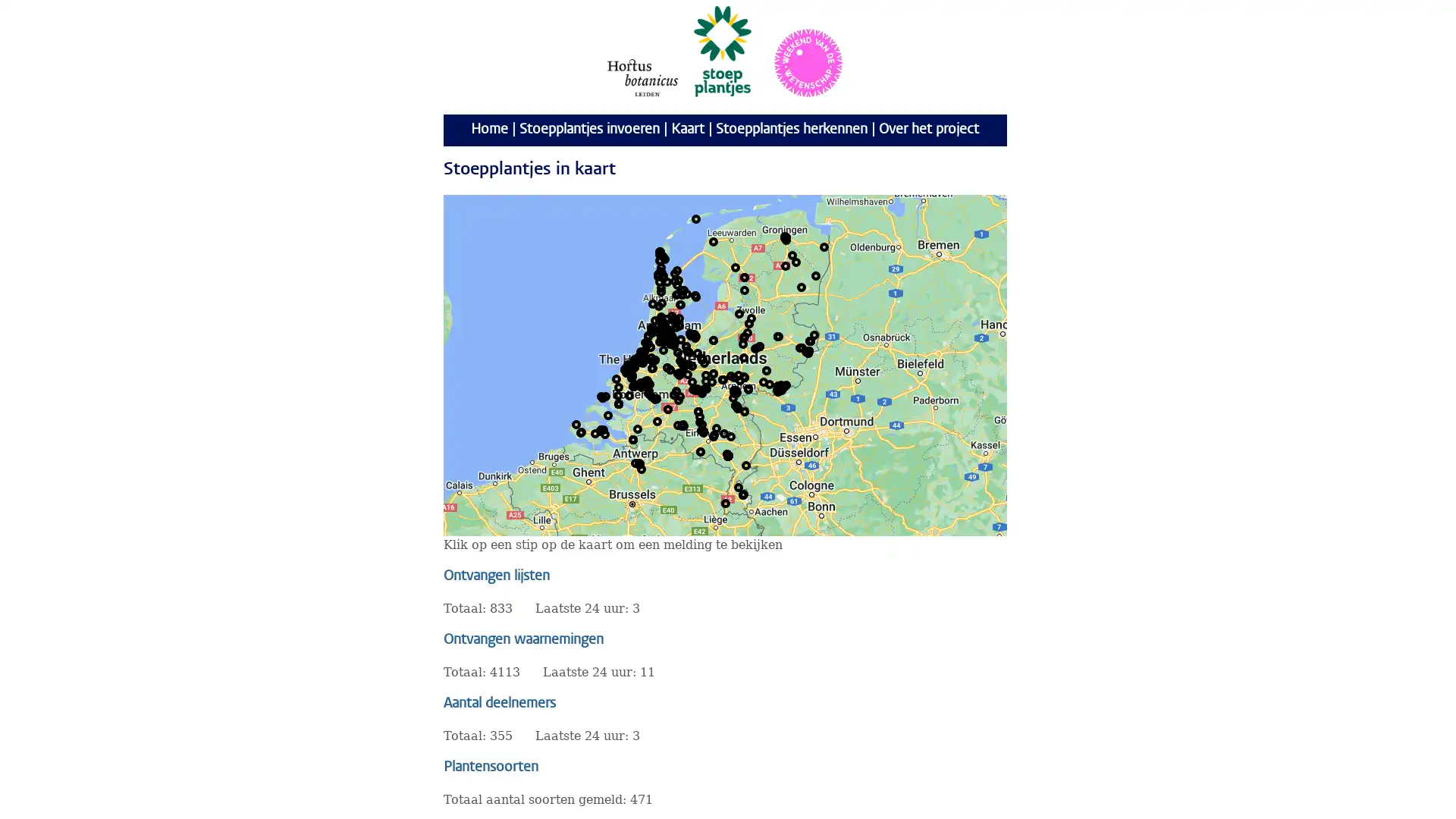 The image size is (1456, 819). What do you see at coordinates (642, 356) in the screenshot?
I see `Telling van Anna op 12 mei 2022` at bounding box center [642, 356].